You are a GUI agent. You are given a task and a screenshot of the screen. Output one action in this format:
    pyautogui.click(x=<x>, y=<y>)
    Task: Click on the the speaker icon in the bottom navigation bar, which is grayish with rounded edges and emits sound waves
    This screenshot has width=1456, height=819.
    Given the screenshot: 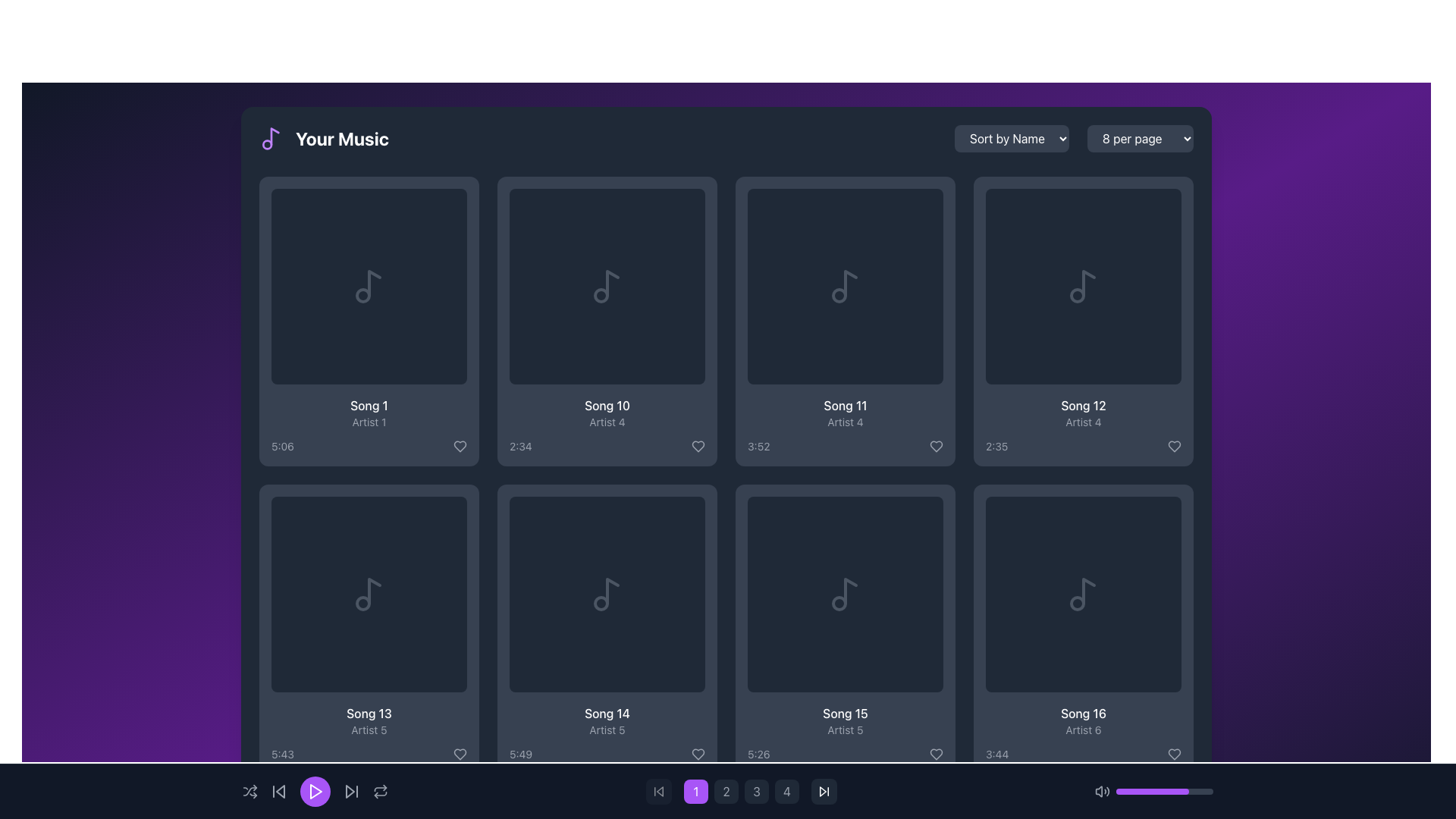 What is the action you would take?
    pyautogui.click(x=1103, y=791)
    